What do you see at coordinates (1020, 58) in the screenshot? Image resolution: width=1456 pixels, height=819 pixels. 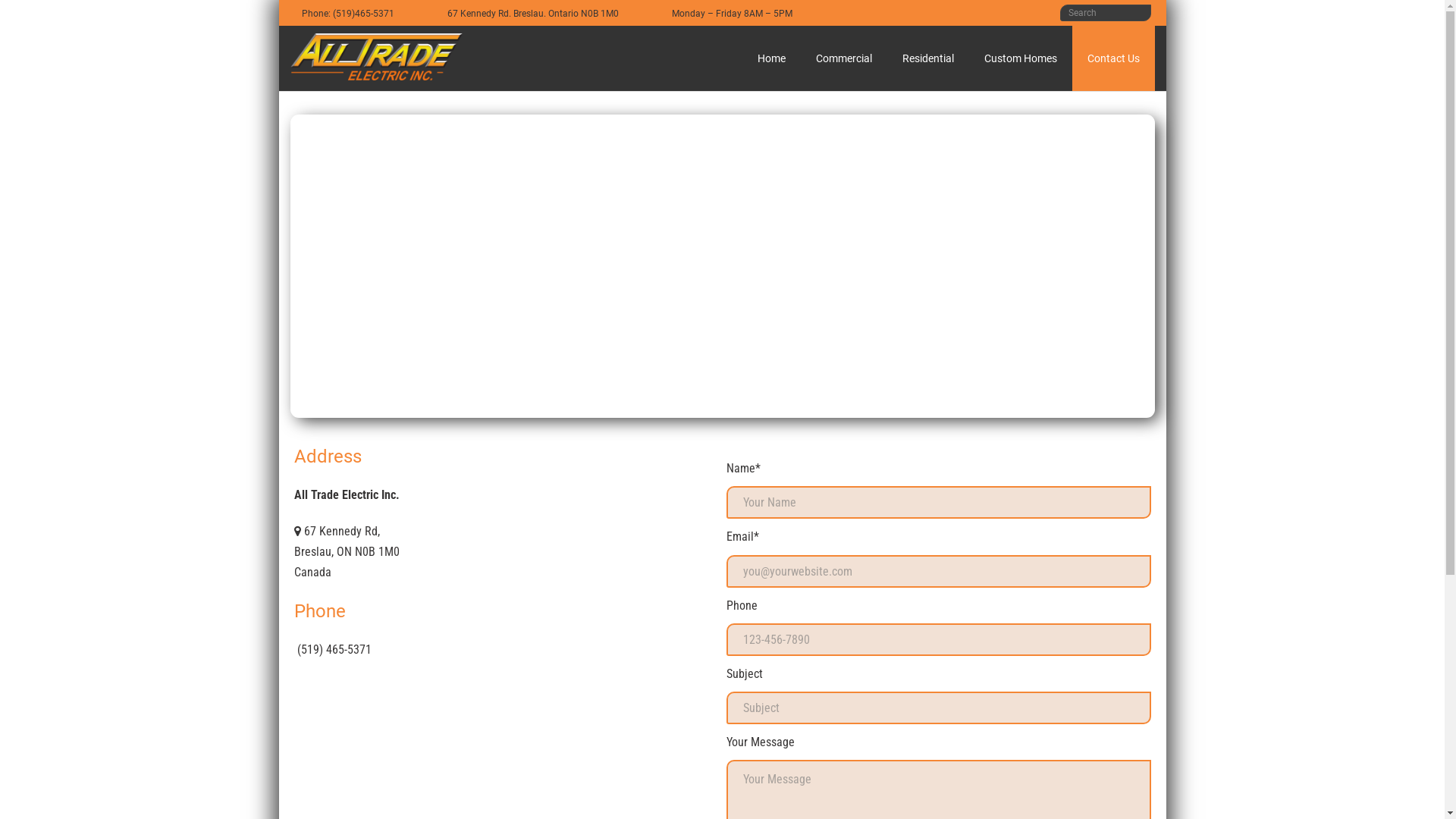 I see `'Custom Homes'` at bounding box center [1020, 58].